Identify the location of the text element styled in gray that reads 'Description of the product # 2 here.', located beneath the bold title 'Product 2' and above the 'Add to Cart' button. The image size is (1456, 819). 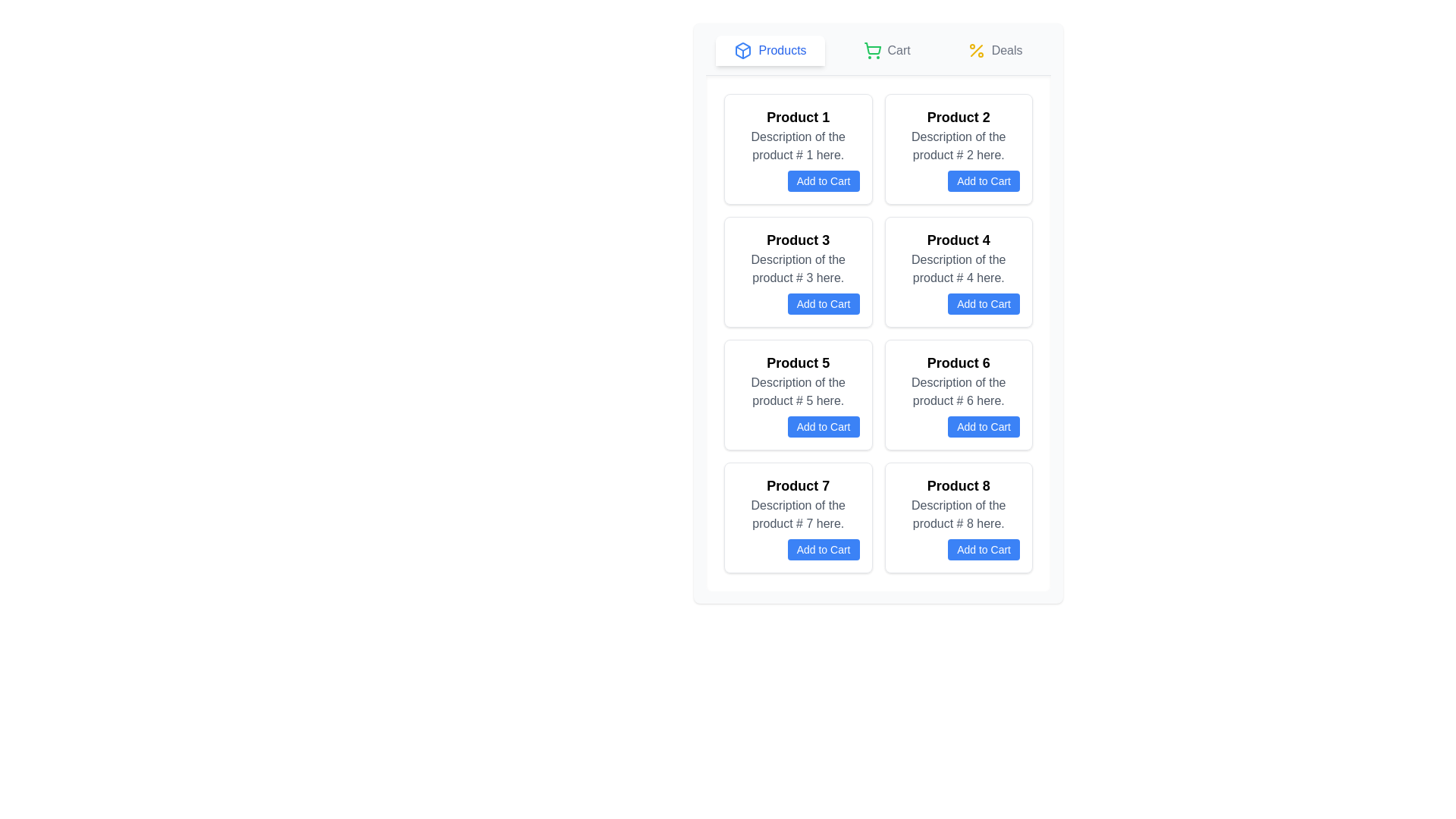
(958, 146).